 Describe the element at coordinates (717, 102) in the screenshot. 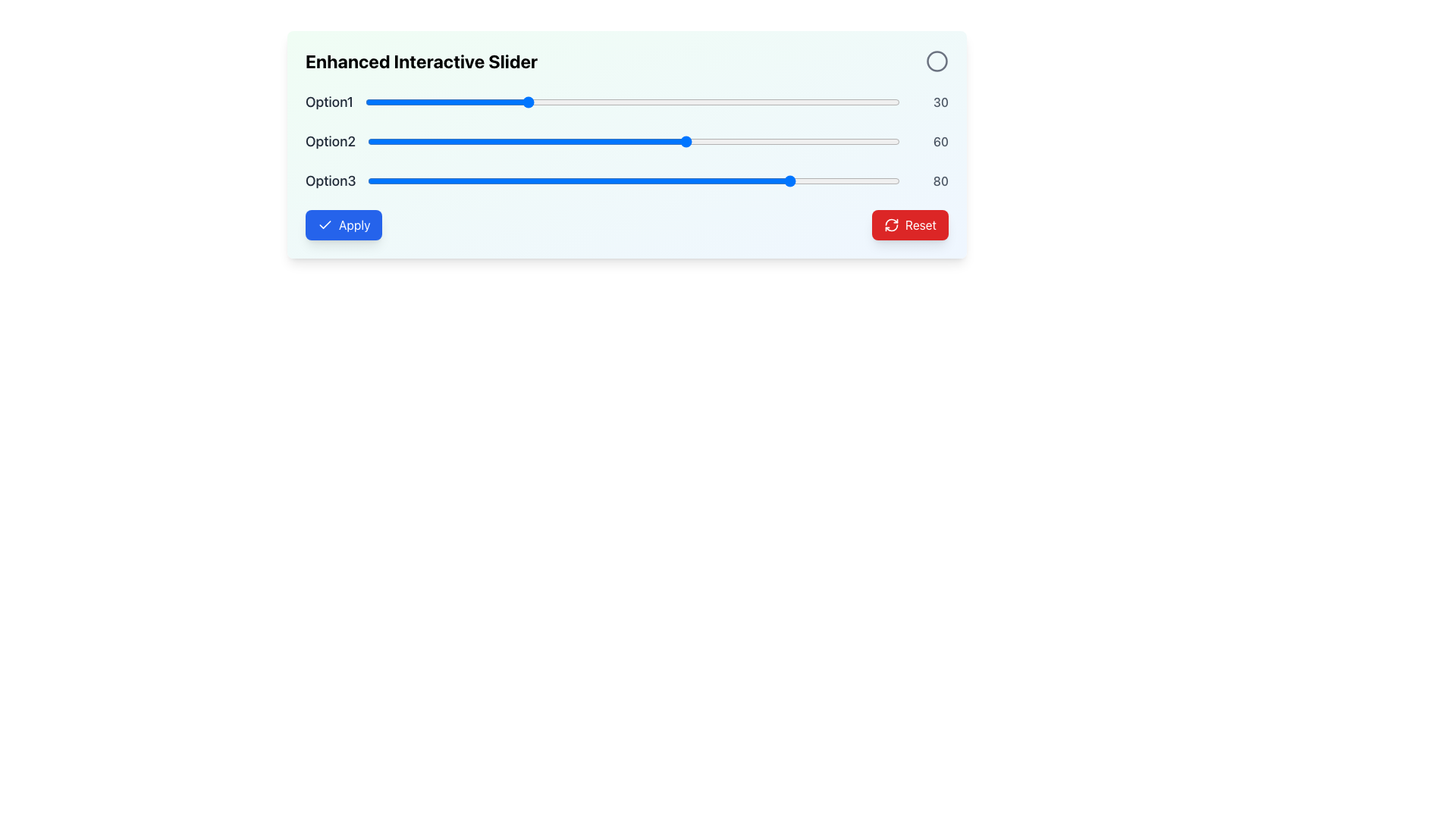

I see `the slider` at that location.